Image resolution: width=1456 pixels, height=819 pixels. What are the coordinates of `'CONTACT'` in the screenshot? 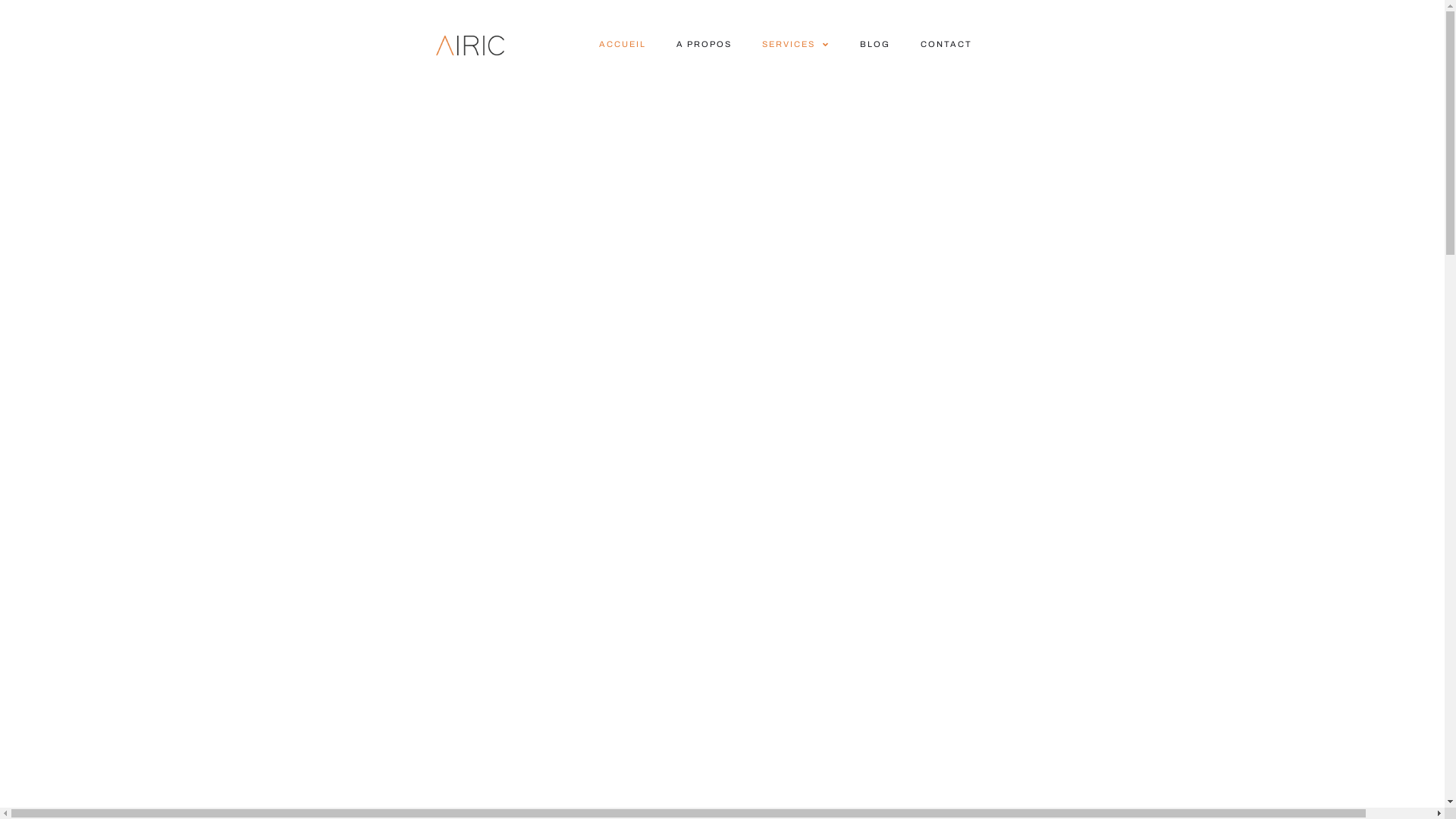 It's located at (946, 43).